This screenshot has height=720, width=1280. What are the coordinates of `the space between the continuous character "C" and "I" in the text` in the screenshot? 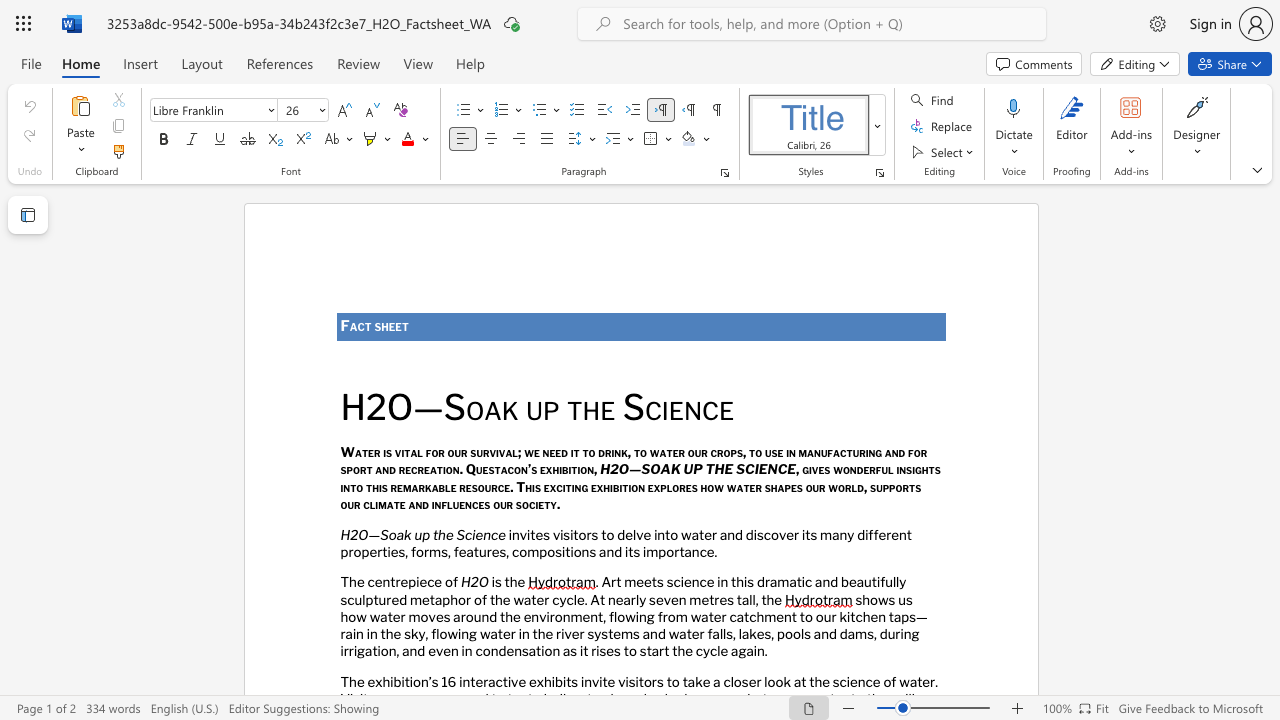 It's located at (752, 469).